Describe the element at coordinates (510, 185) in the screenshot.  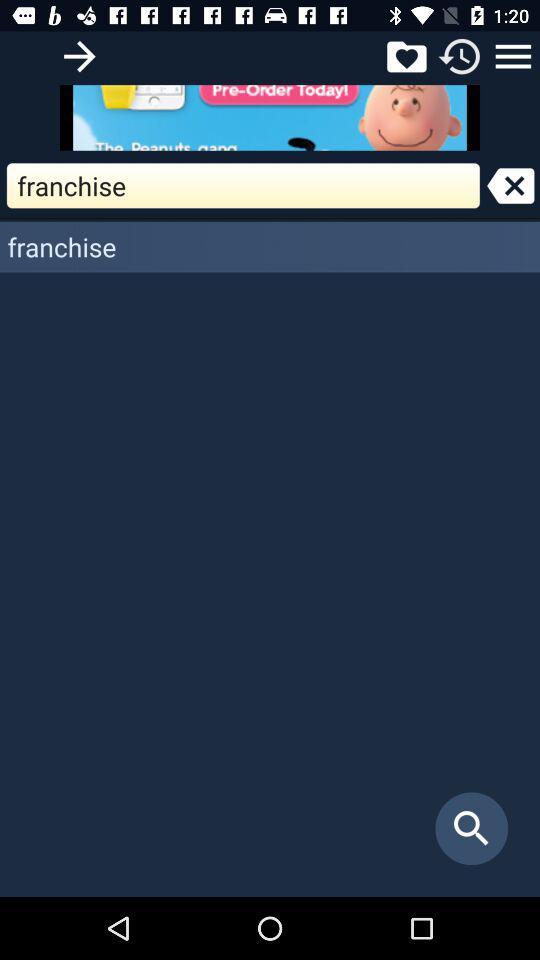
I see `backspace arrow` at that location.